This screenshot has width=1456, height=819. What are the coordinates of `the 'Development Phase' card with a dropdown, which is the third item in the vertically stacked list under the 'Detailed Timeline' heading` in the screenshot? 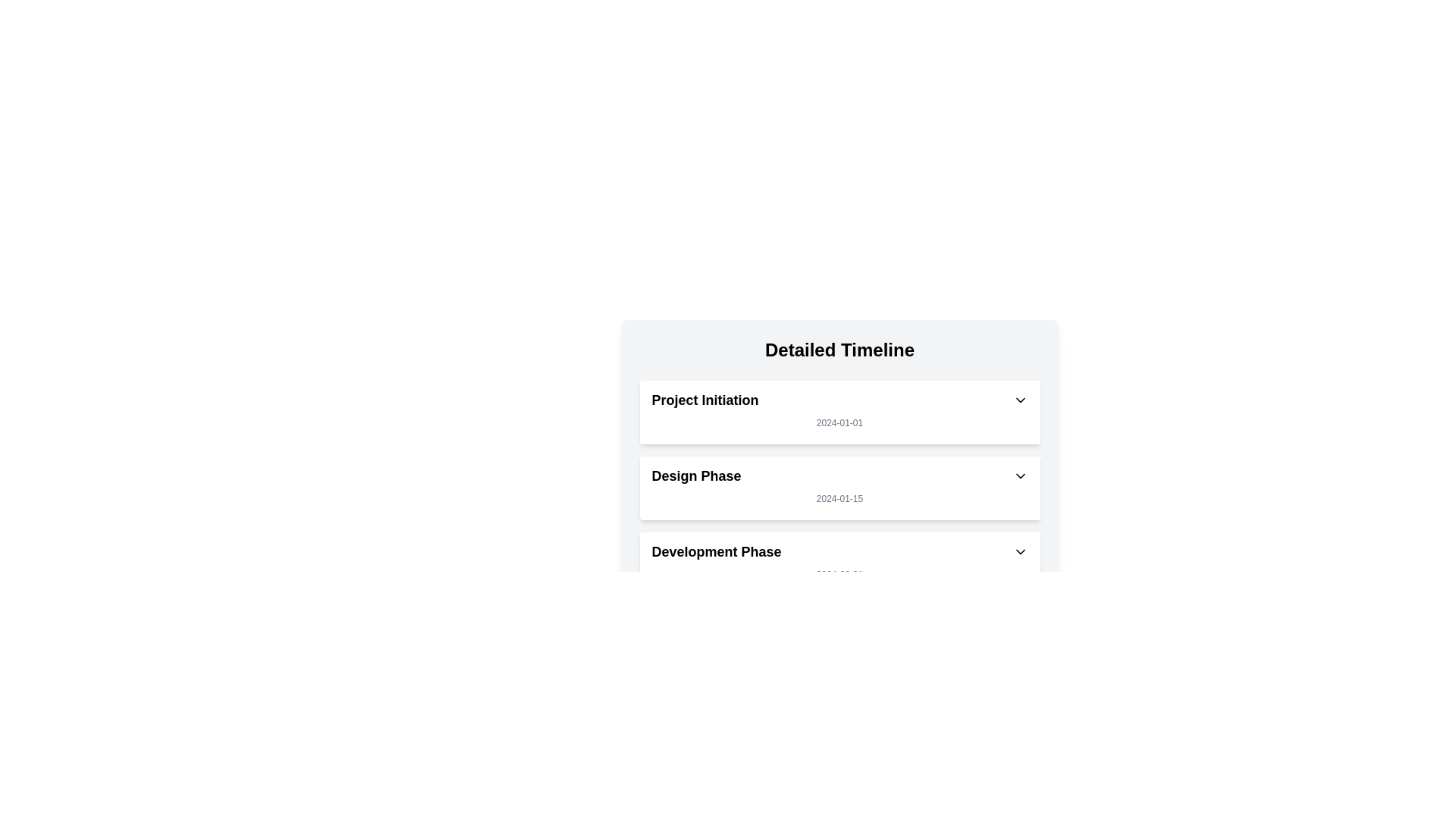 It's located at (839, 564).